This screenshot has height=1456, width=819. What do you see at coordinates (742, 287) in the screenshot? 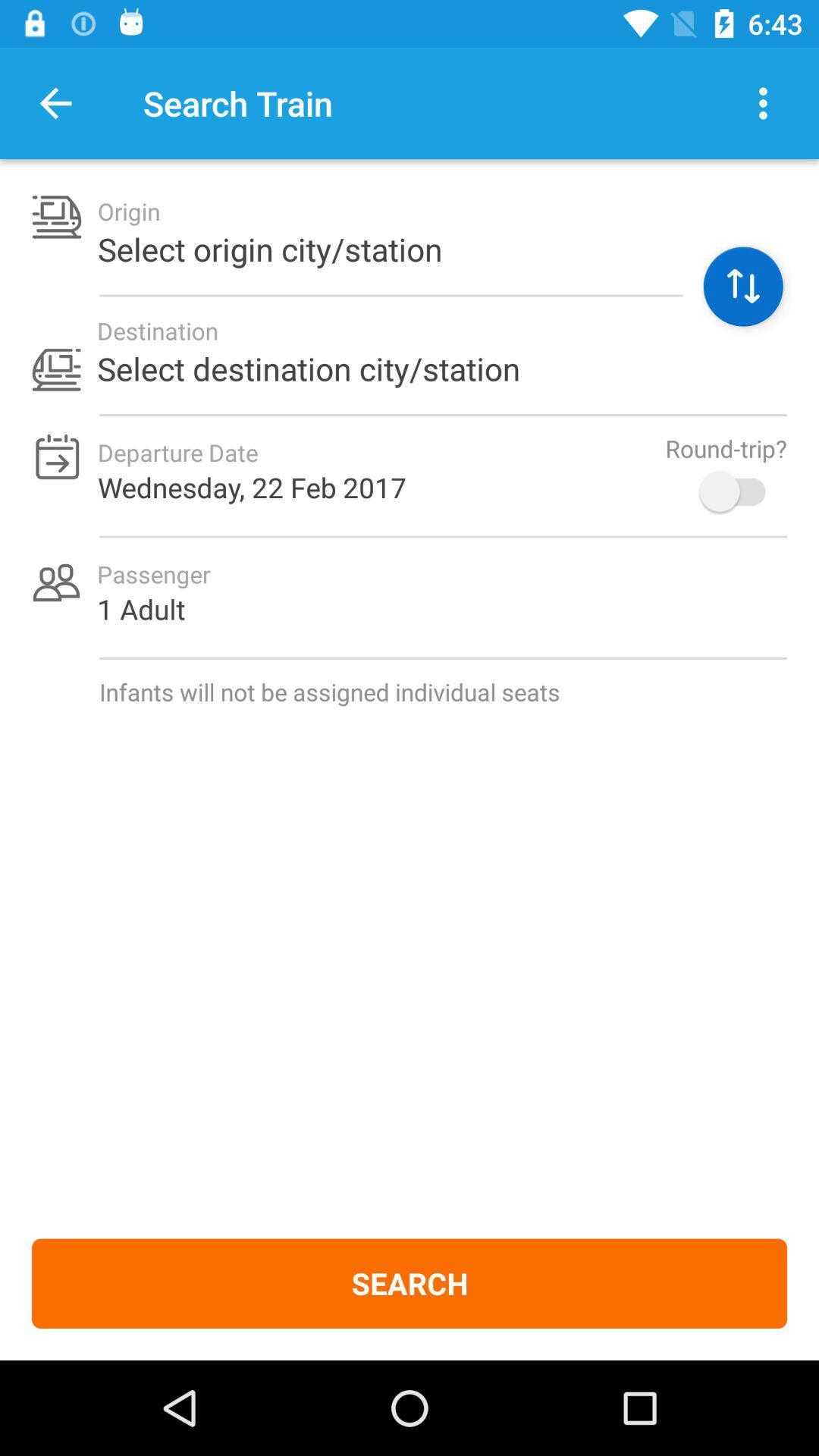
I see `the orgin city station` at bounding box center [742, 287].